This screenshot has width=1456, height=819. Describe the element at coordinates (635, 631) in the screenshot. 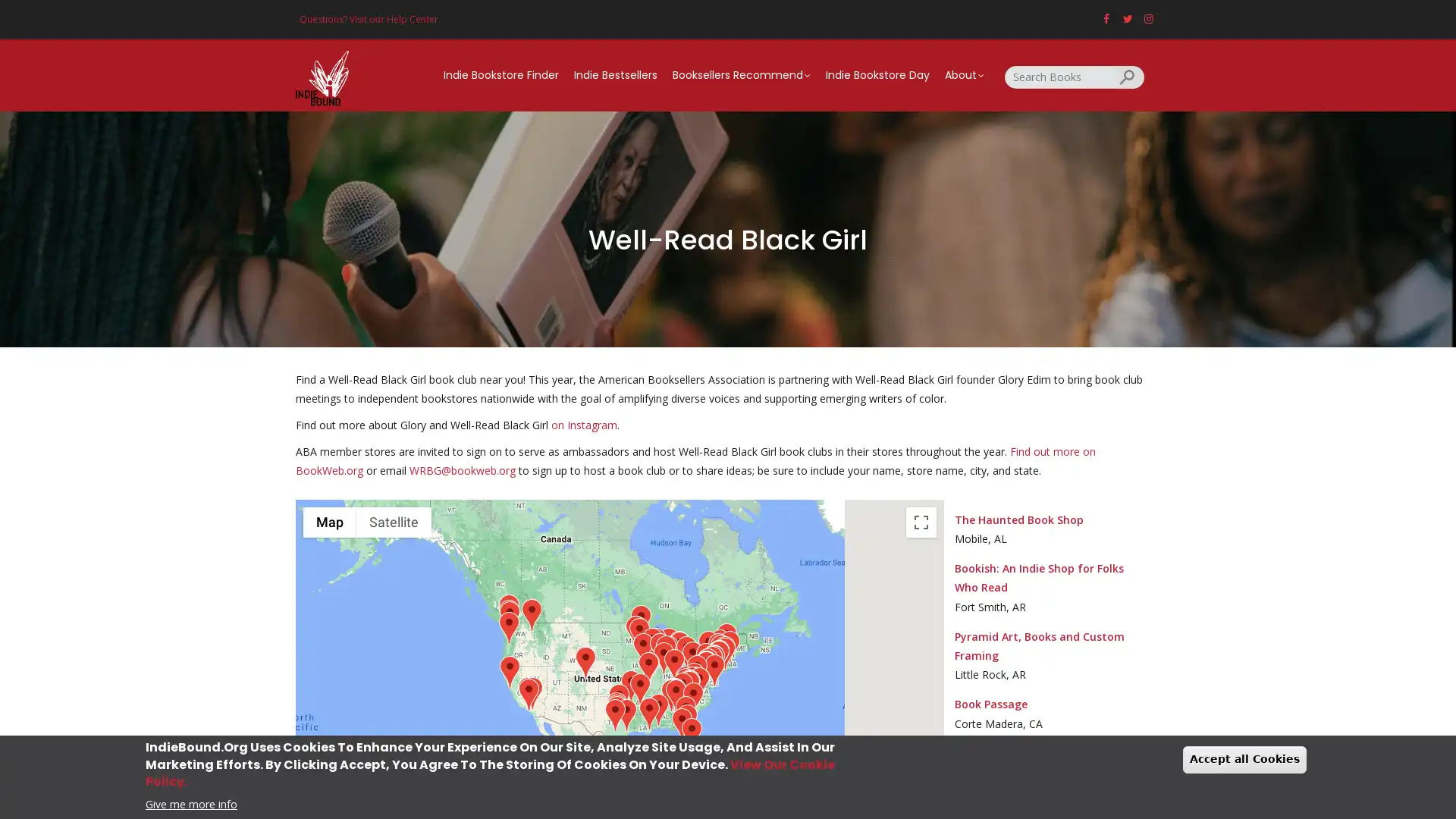

I see `Strive Bookstore` at that location.